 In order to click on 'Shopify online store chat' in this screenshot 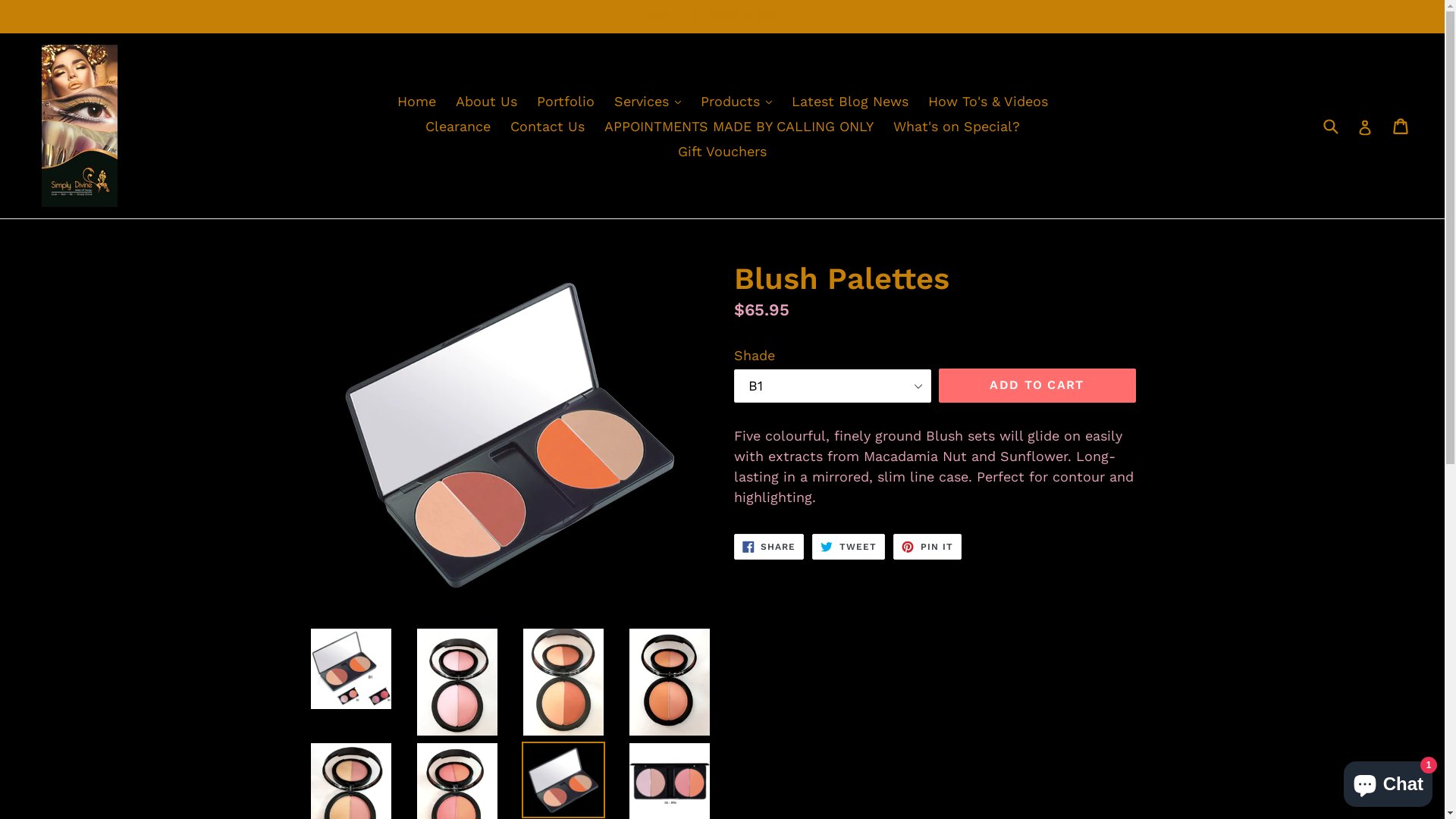, I will do `click(1388, 780)`.